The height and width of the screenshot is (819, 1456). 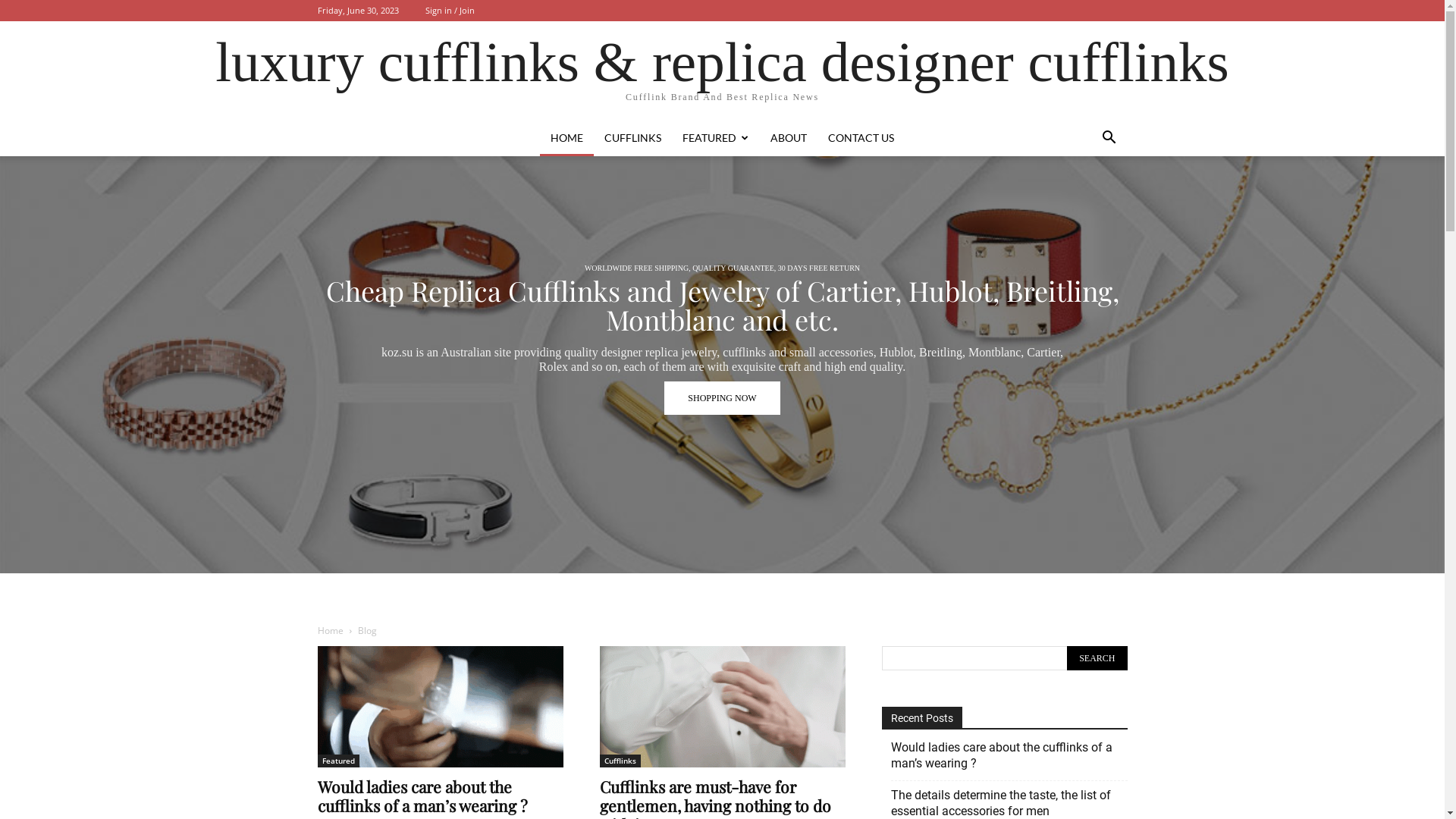 I want to click on 'Sign in / Join', so click(x=448, y=10).